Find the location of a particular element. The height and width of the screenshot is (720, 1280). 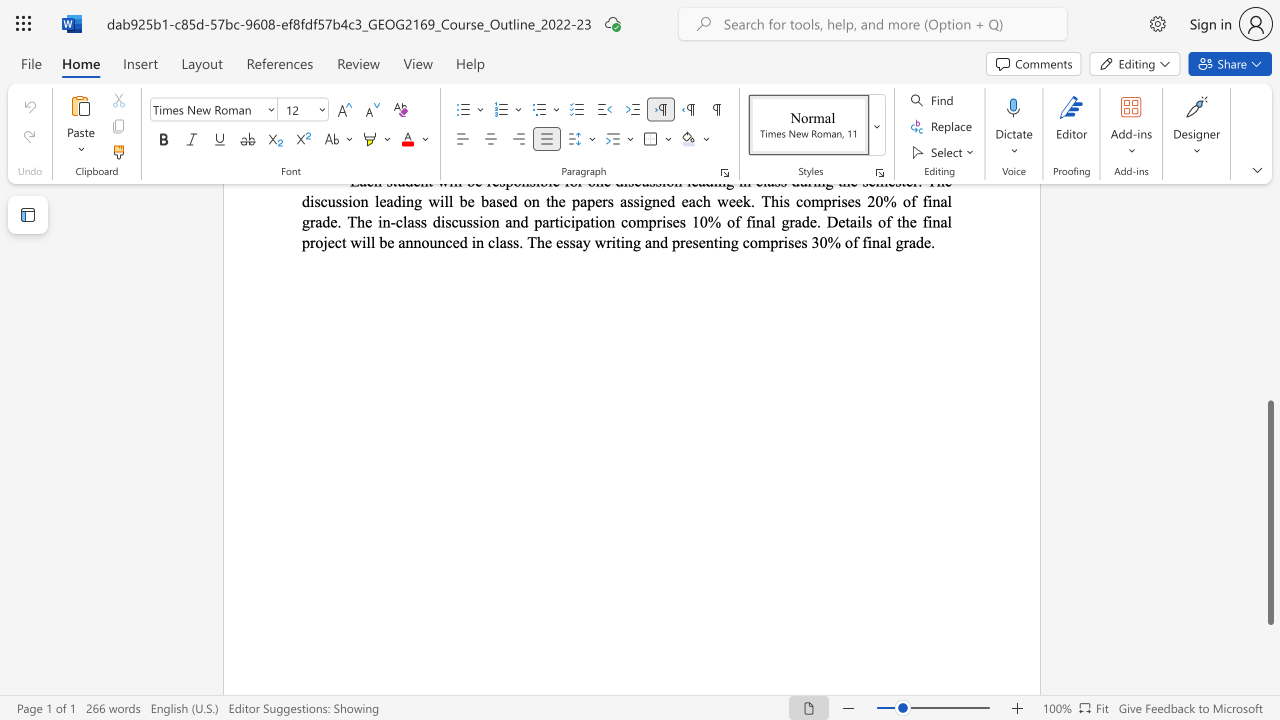

the scrollbar and move down 80 pixels is located at coordinates (1269, 511).